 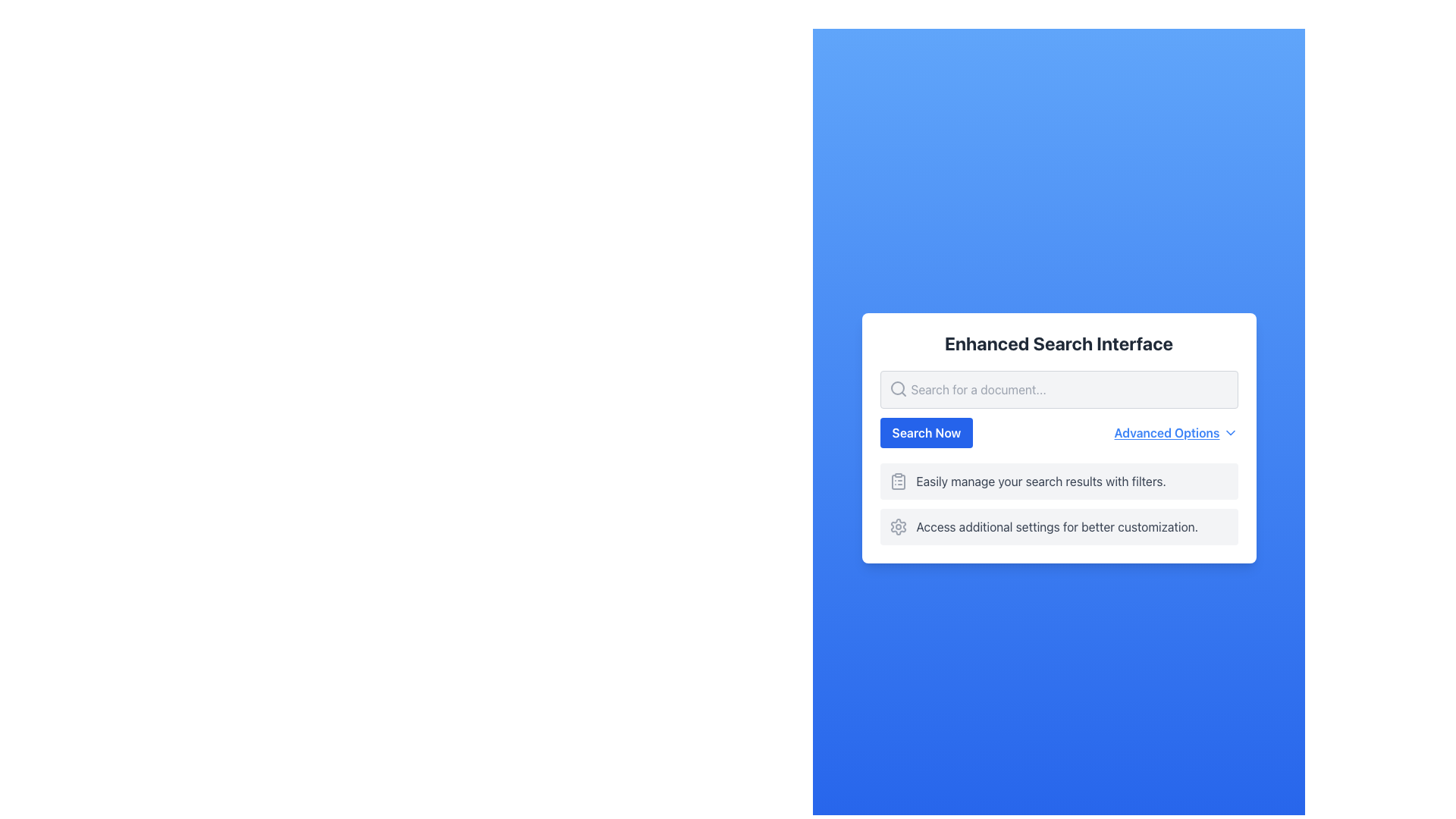 What do you see at coordinates (1056, 526) in the screenshot?
I see `the text label providing guidance about accessing additional settings for customization, located at the bottom of the interface inside a light gray box with rounded corners` at bounding box center [1056, 526].